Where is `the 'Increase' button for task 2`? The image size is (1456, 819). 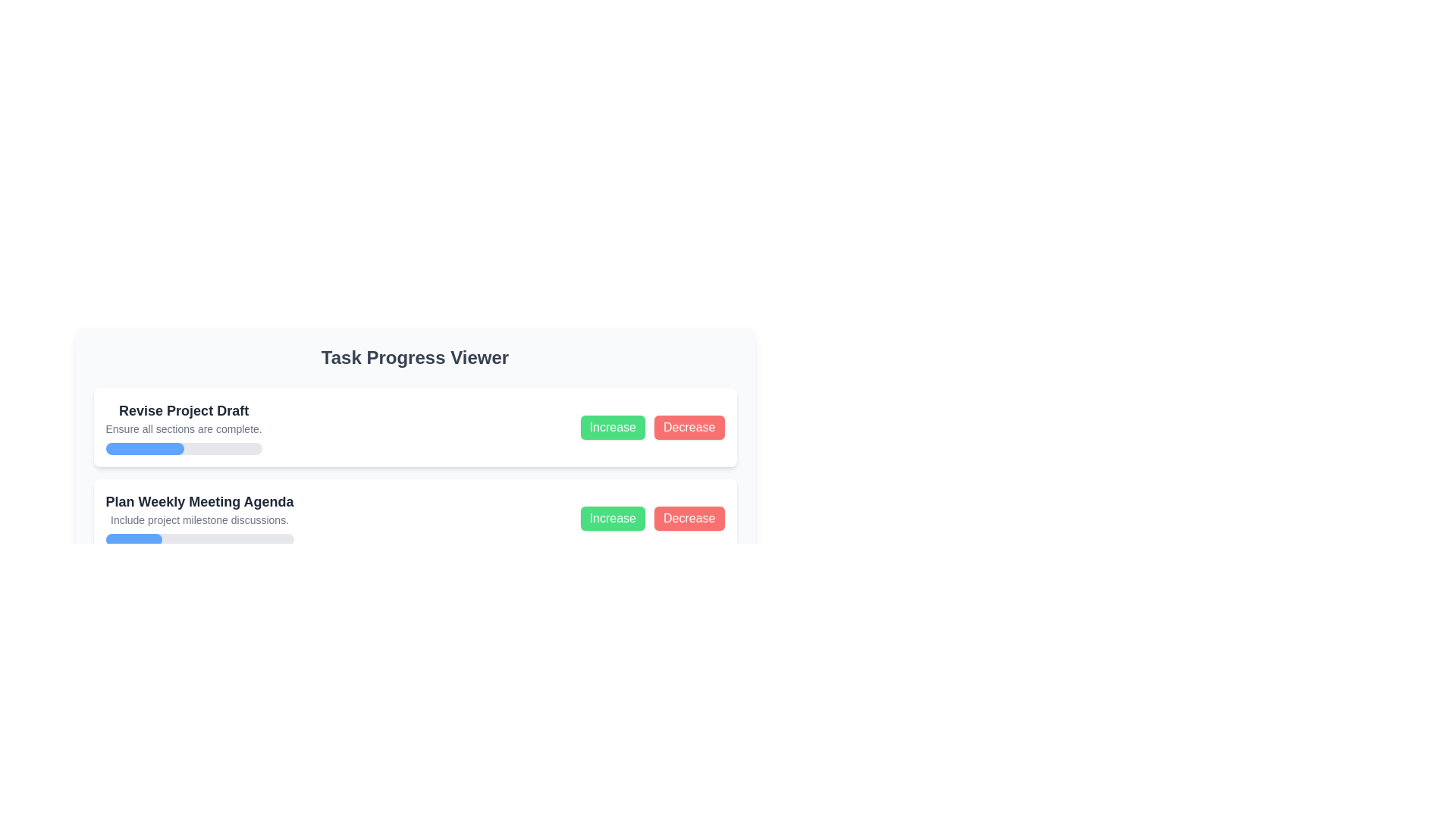
the 'Increase' button for task 2 is located at coordinates (613, 517).